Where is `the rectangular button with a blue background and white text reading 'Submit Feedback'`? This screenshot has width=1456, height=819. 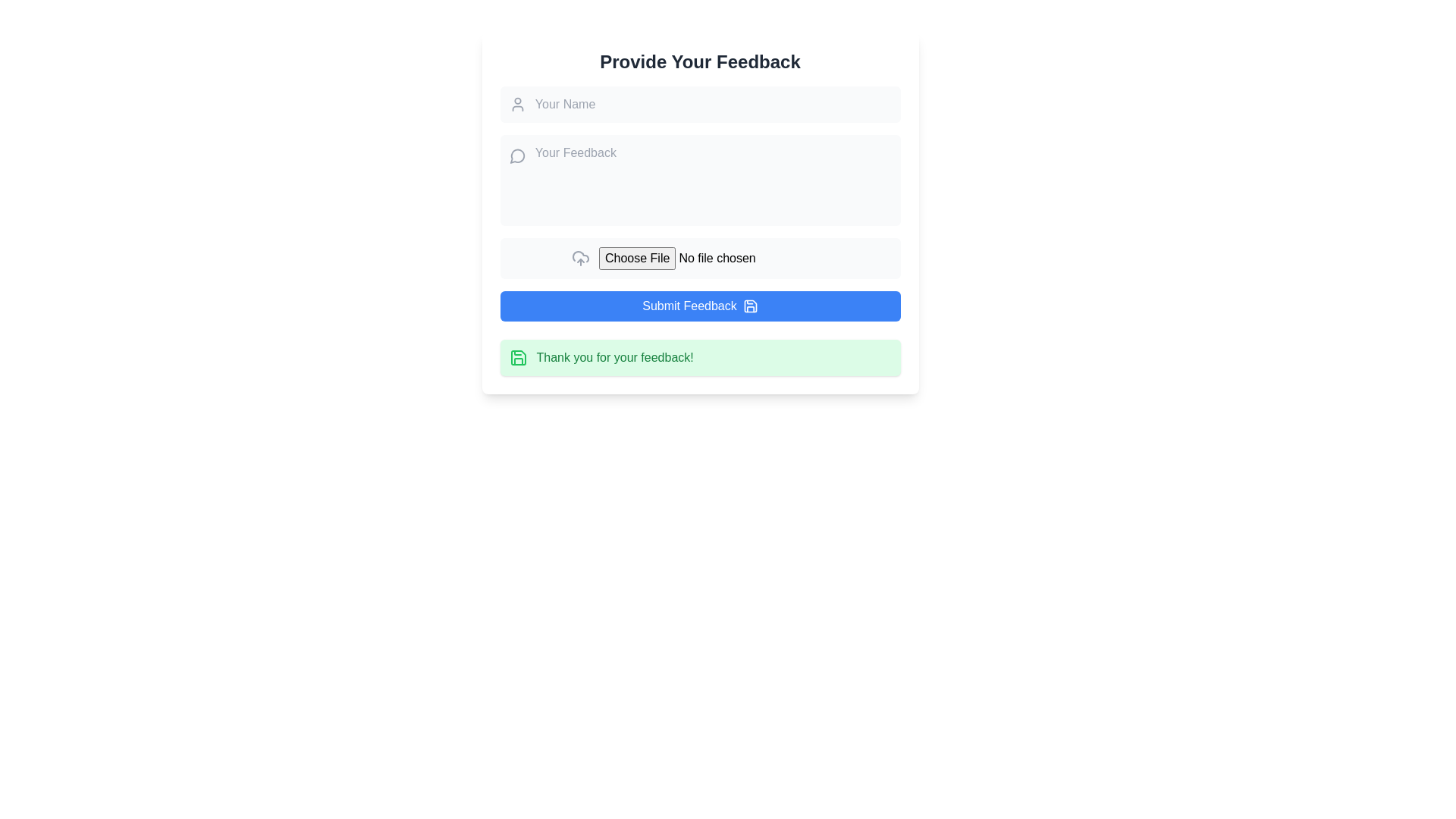
the rectangular button with a blue background and white text reading 'Submit Feedback' is located at coordinates (699, 306).